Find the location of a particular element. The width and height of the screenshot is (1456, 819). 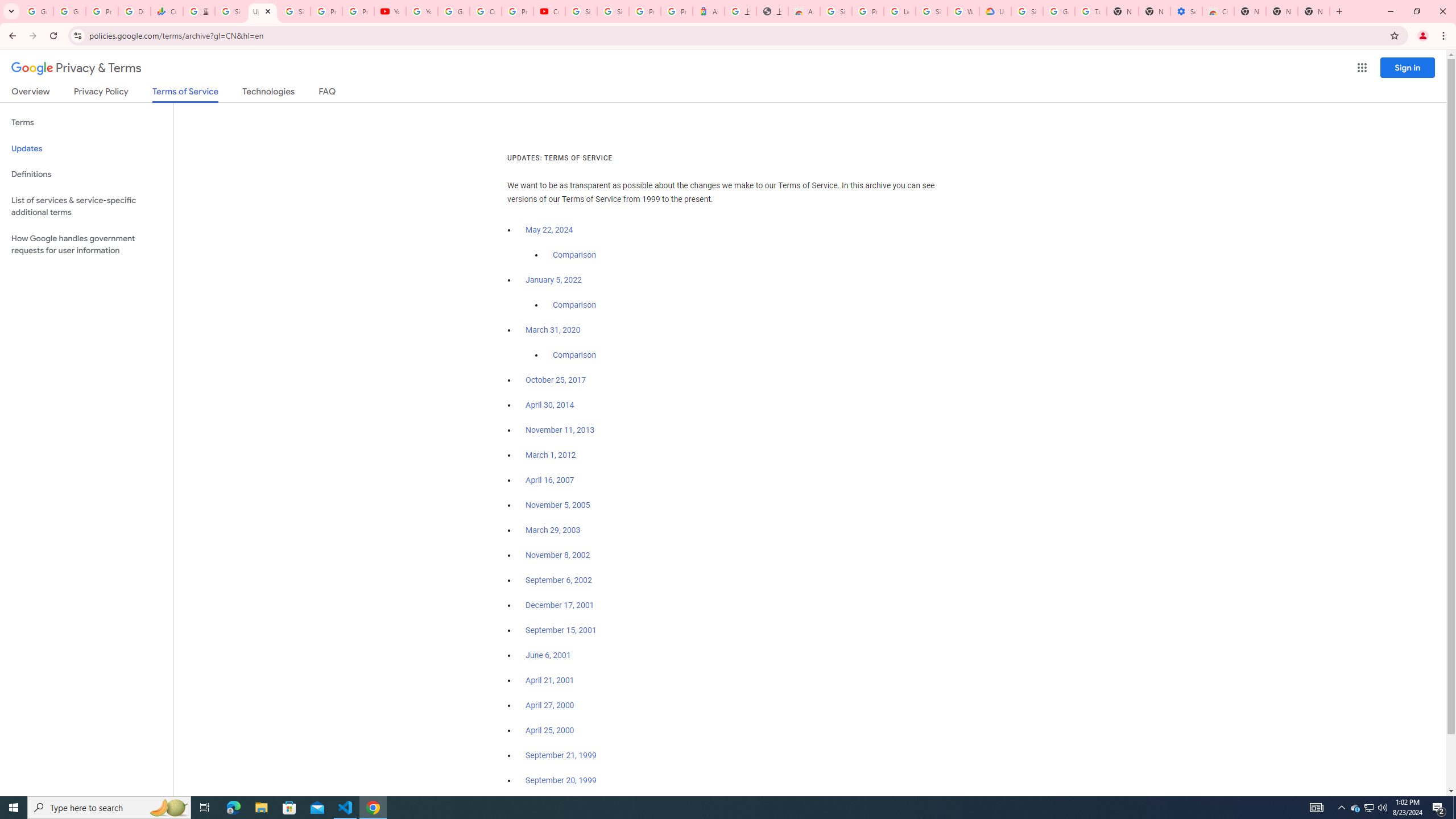

'List of services & service-specific additional terms' is located at coordinates (86, 205).